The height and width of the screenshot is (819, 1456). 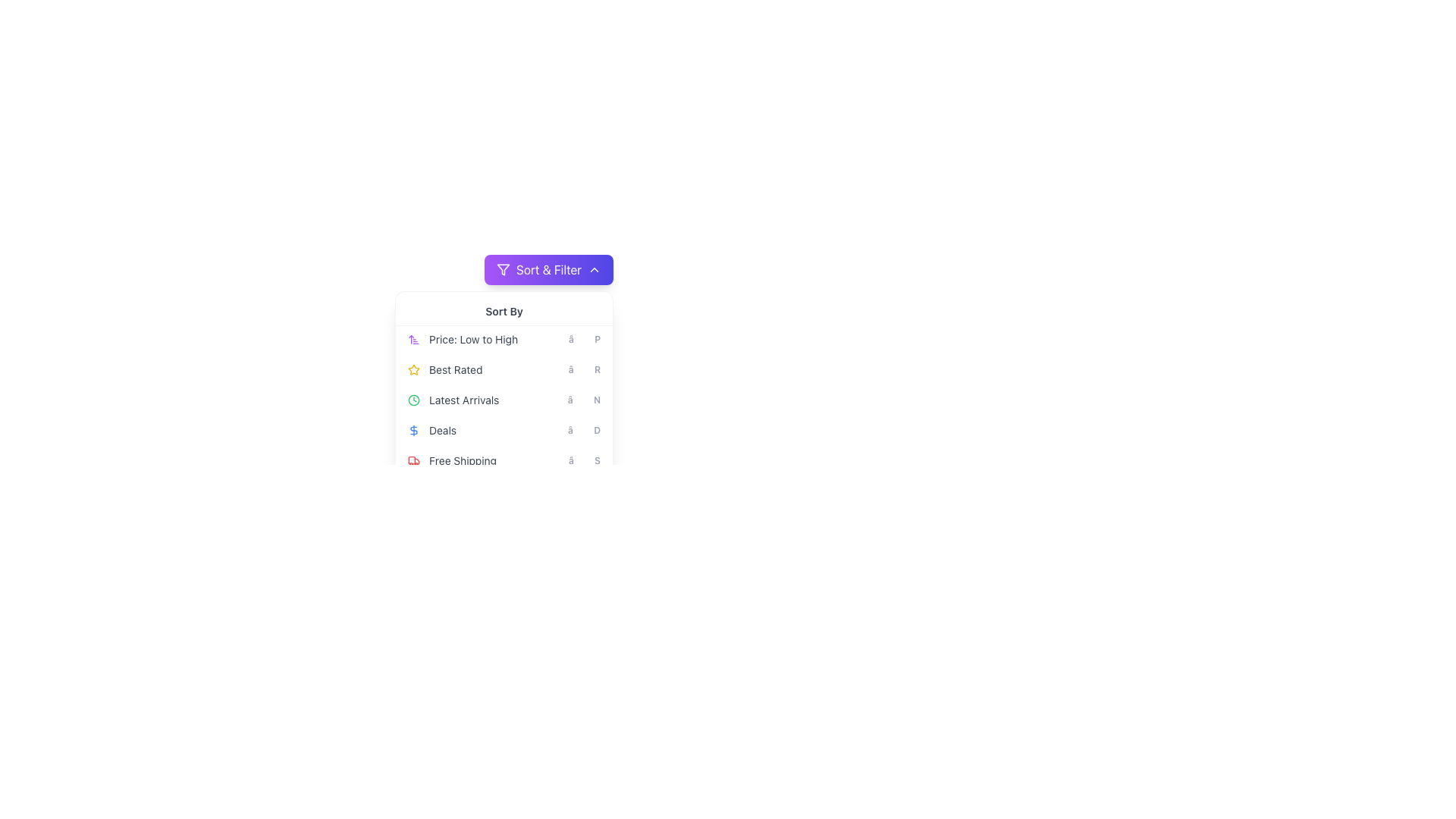 What do you see at coordinates (462, 460) in the screenshot?
I see `text content of the selectable option labeled 'Free Shipping' within the dropdown menu titled 'Sort By', located to the right of the truck icon and before the adjacent text label '⌘ S'` at bounding box center [462, 460].